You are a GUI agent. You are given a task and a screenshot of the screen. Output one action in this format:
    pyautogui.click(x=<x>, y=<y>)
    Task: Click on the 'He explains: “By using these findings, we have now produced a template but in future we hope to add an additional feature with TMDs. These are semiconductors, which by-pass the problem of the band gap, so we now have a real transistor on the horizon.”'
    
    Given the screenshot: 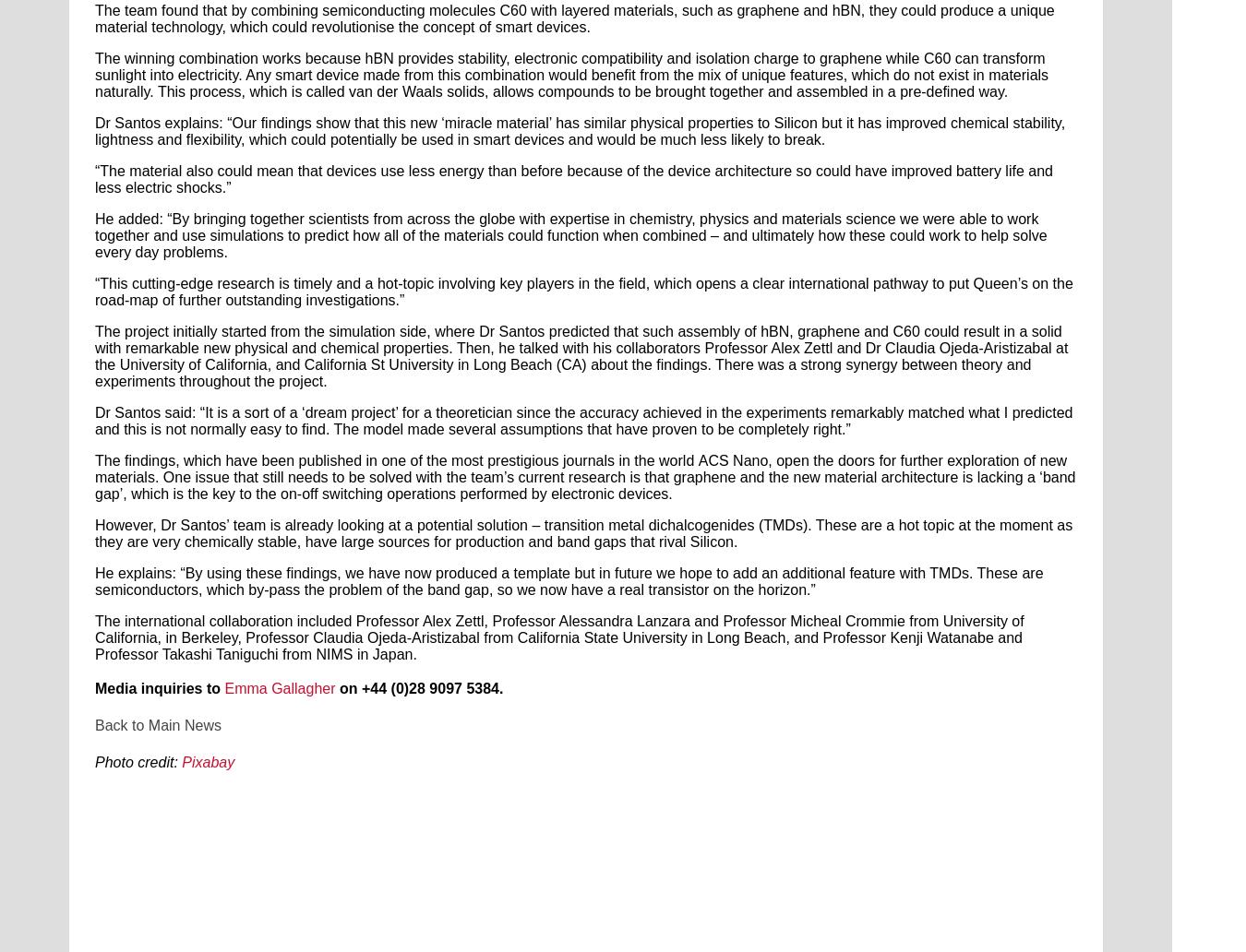 What is the action you would take?
    pyautogui.click(x=94, y=581)
    